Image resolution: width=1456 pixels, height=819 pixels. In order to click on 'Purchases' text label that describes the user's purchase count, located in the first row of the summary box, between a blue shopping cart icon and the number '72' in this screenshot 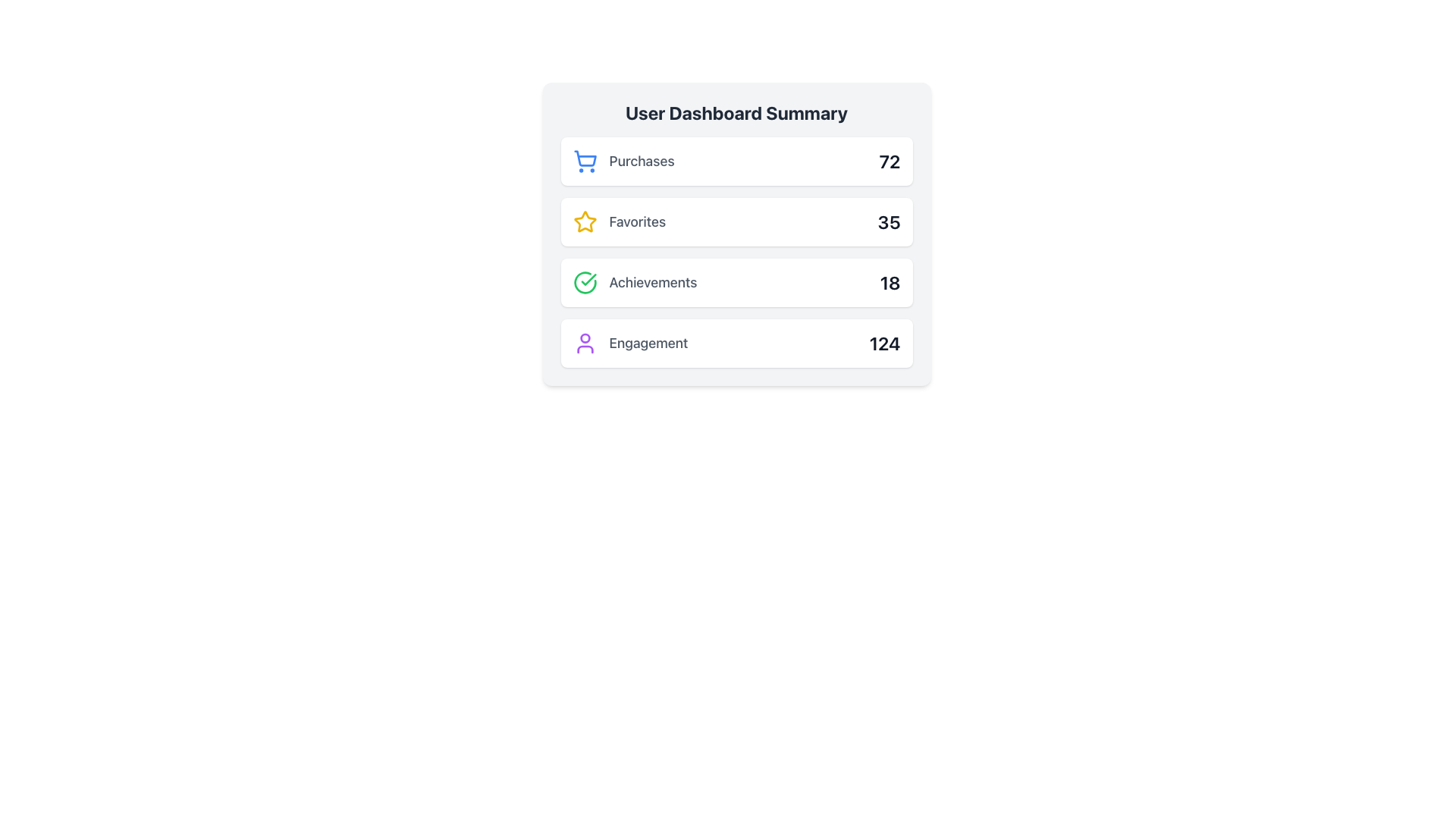, I will do `click(642, 161)`.